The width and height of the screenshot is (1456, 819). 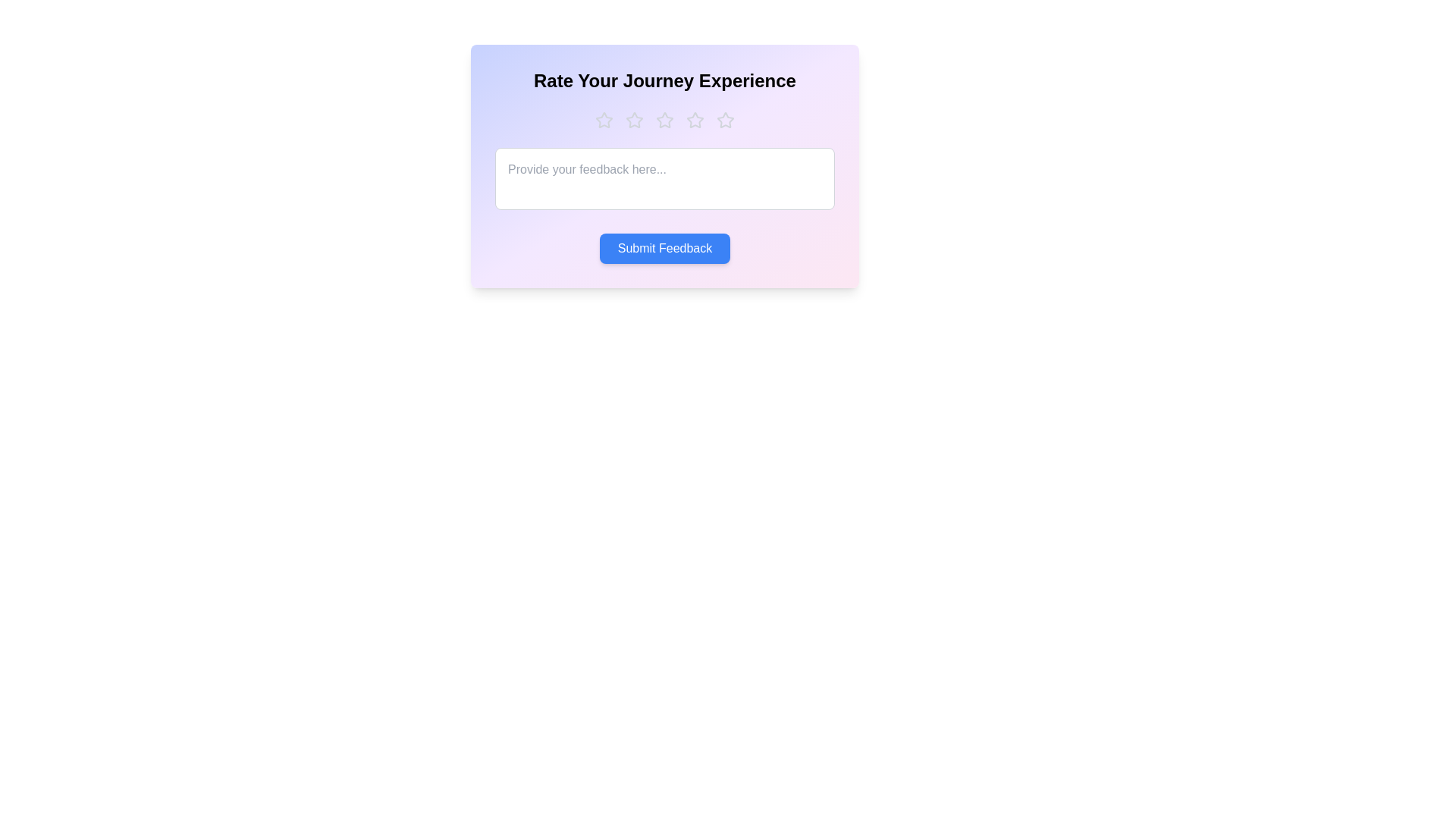 What do you see at coordinates (665, 119) in the screenshot?
I see `the star corresponding to the desired rating 3 to set the rating` at bounding box center [665, 119].